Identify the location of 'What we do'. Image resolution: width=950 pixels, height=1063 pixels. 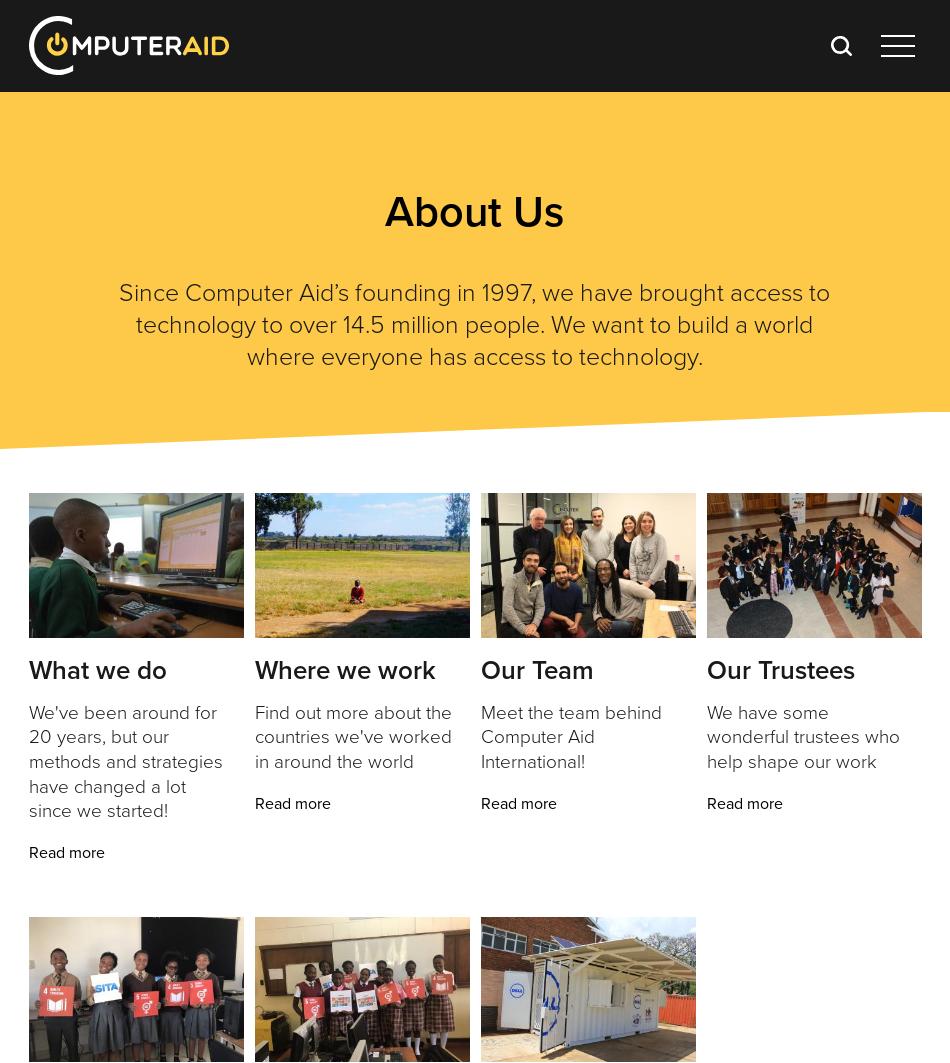
(96, 668).